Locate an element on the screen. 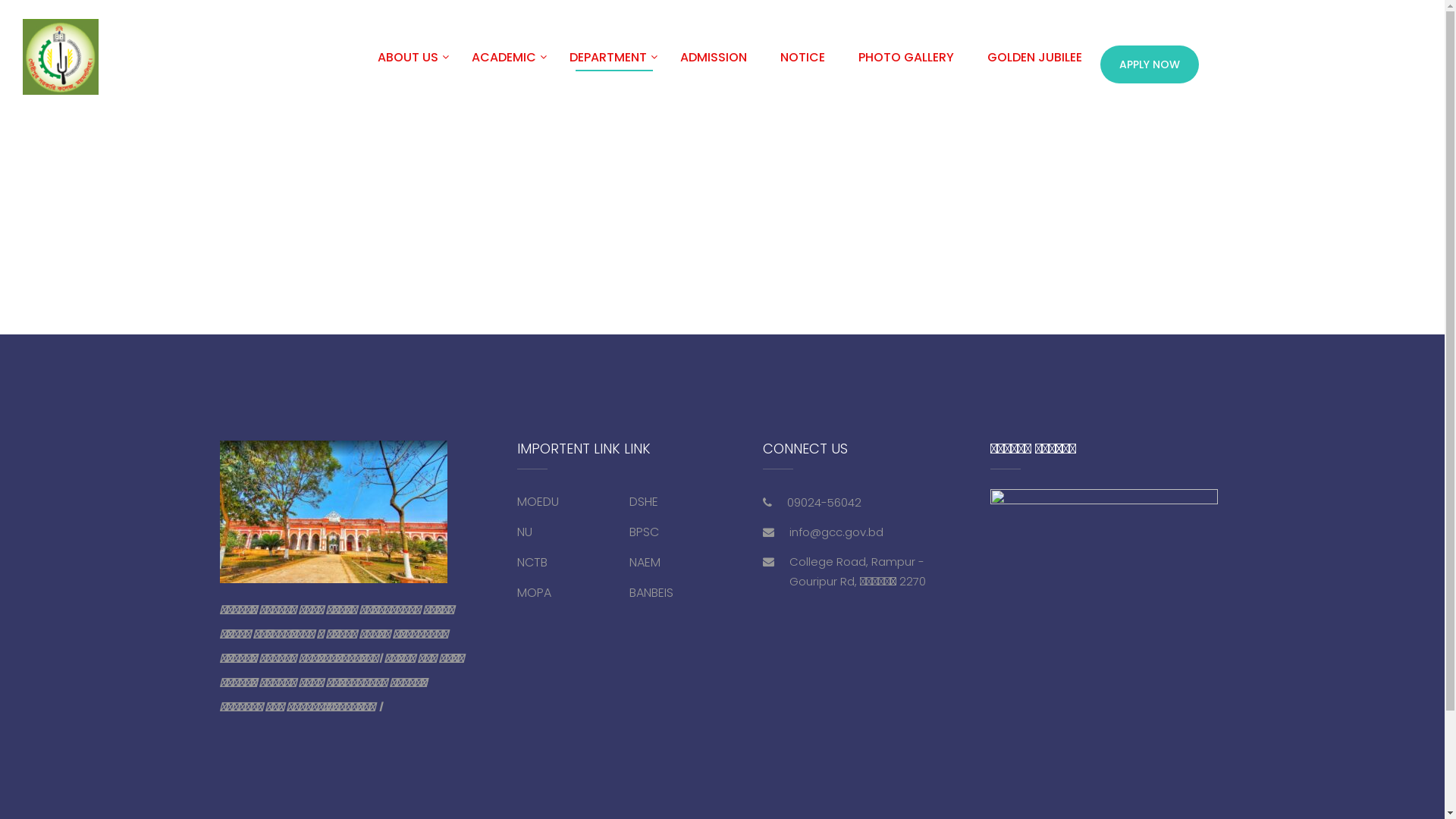 The image size is (1456, 819). 'NAEM' is located at coordinates (645, 562).